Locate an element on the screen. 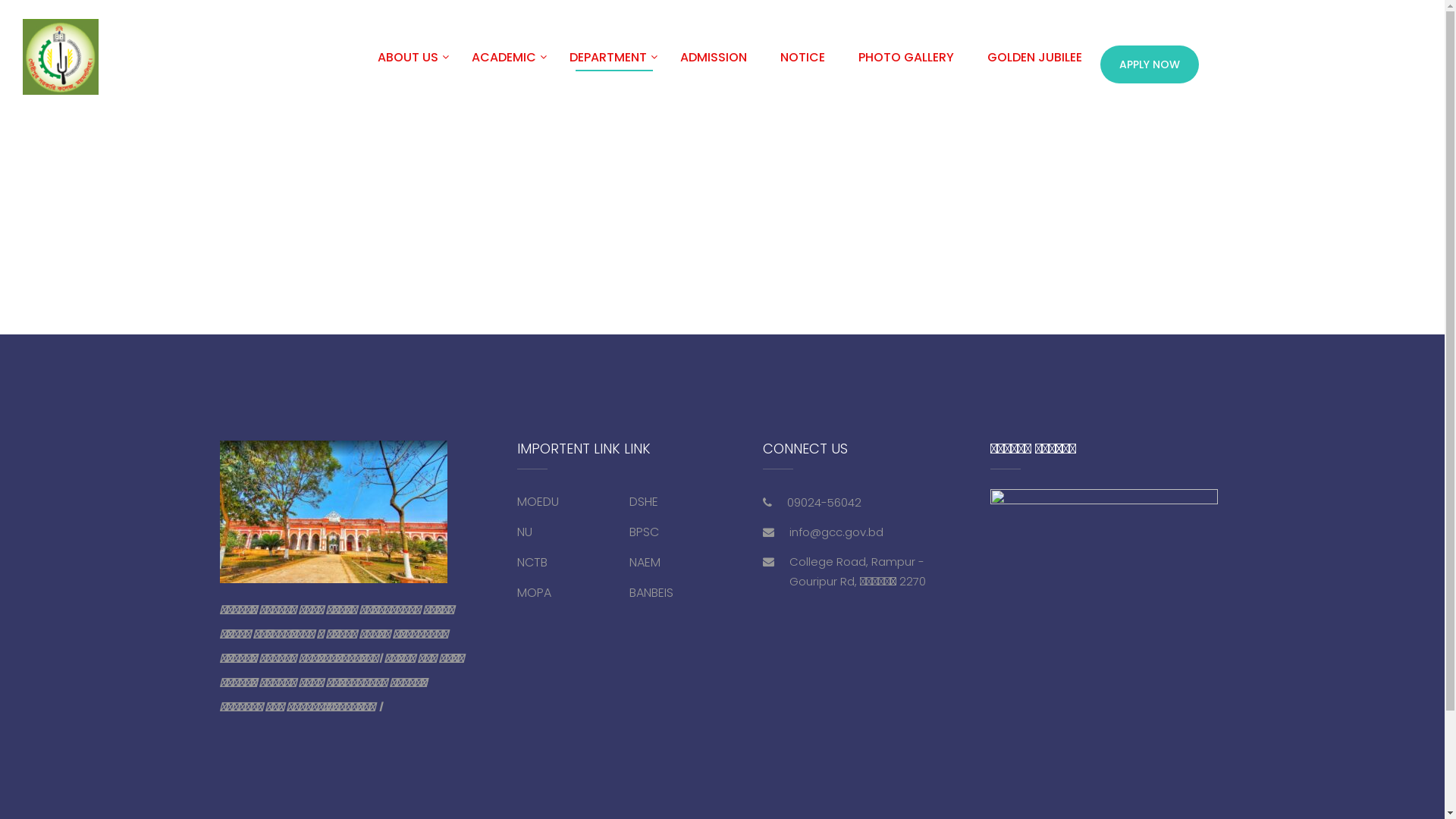 The image size is (1456, 819). 'NAEM' is located at coordinates (645, 562).